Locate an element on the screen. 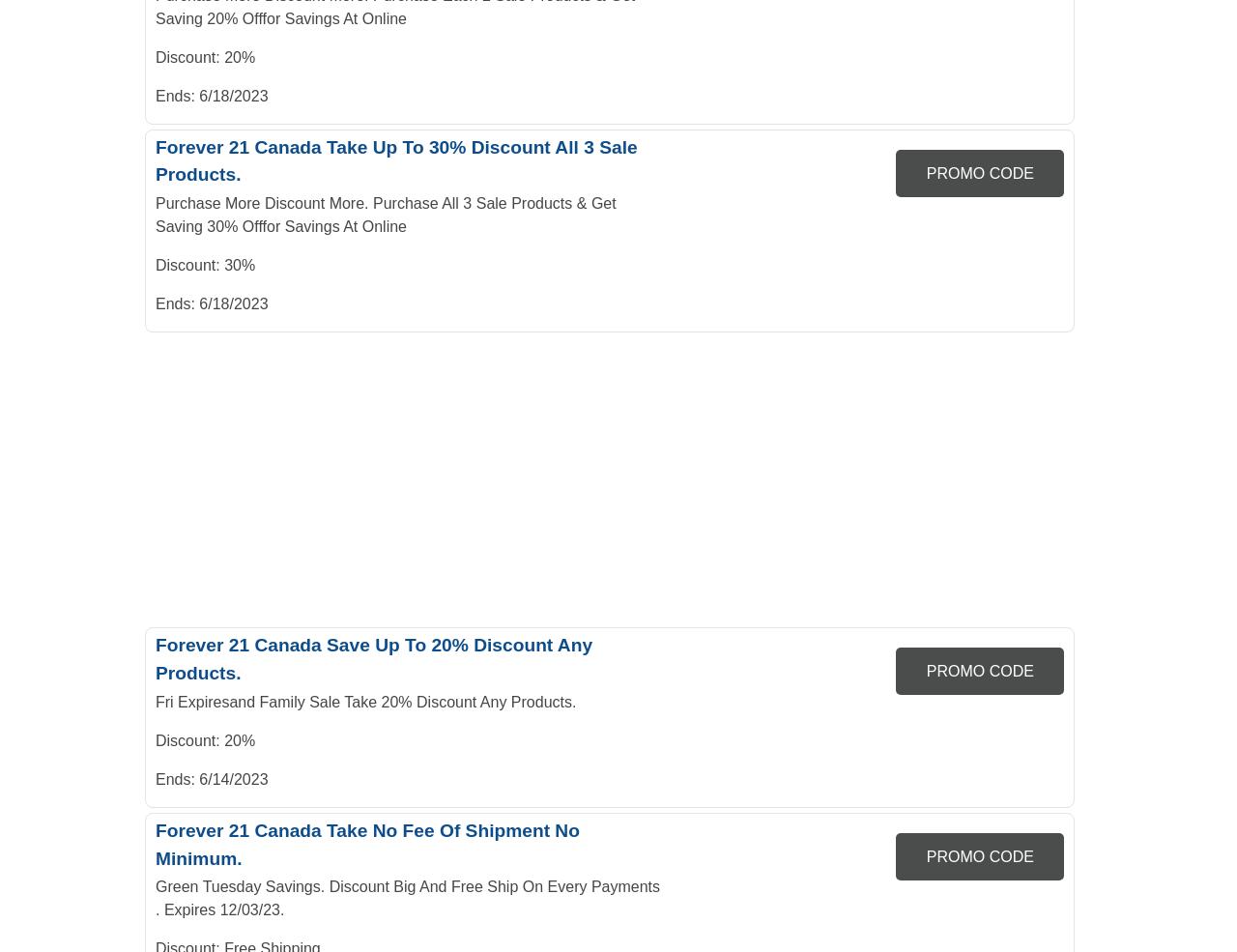 The height and width of the screenshot is (952, 1237). 'Forever 21 Canada Save Up To 20% Discount Any Products.' is located at coordinates (373, 657).